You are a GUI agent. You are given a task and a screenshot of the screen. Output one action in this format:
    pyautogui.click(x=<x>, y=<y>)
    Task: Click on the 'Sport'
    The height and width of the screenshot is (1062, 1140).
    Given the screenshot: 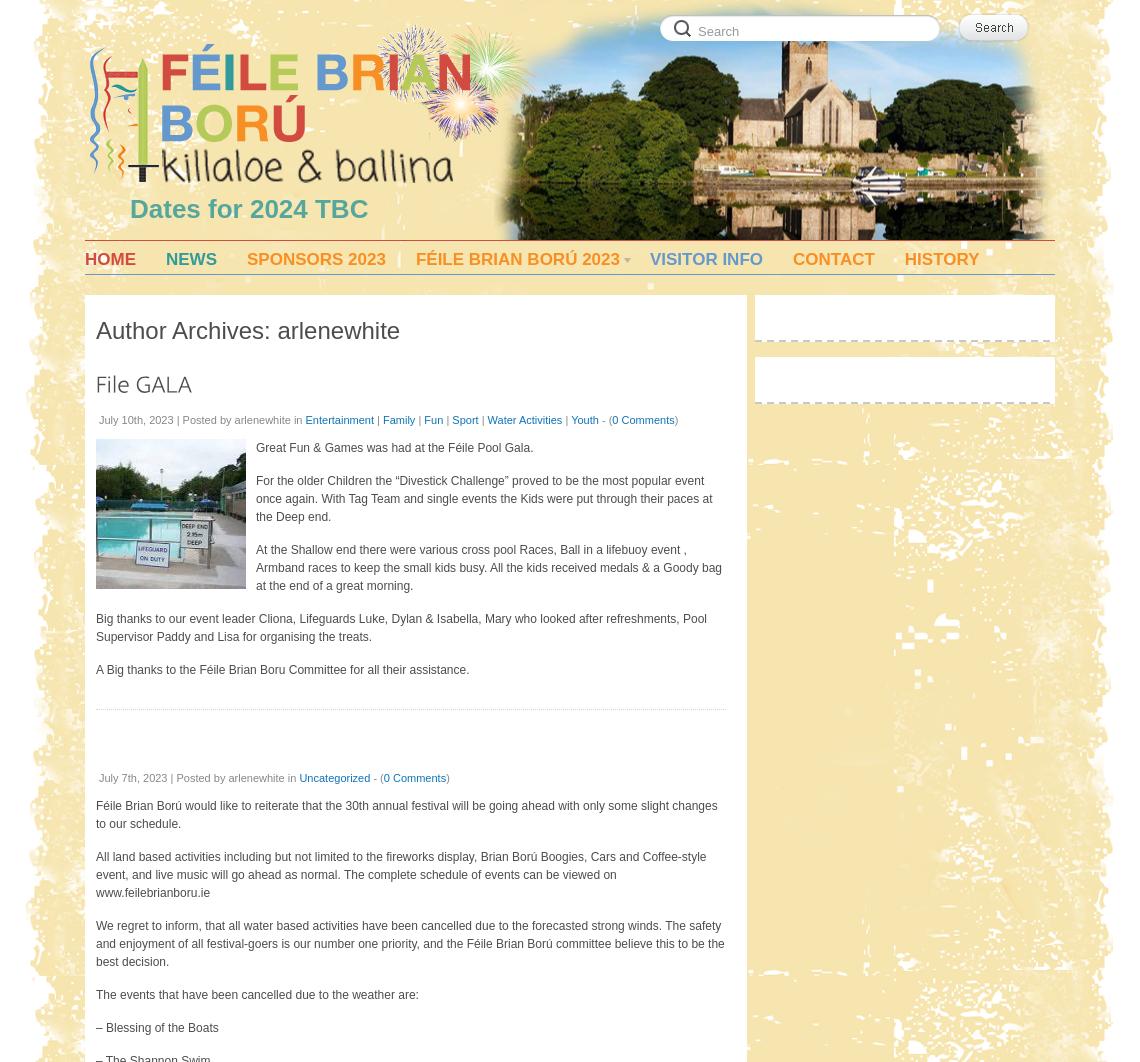 What is the action you would take?
    pyautogui.click(x=465, y=419)
    